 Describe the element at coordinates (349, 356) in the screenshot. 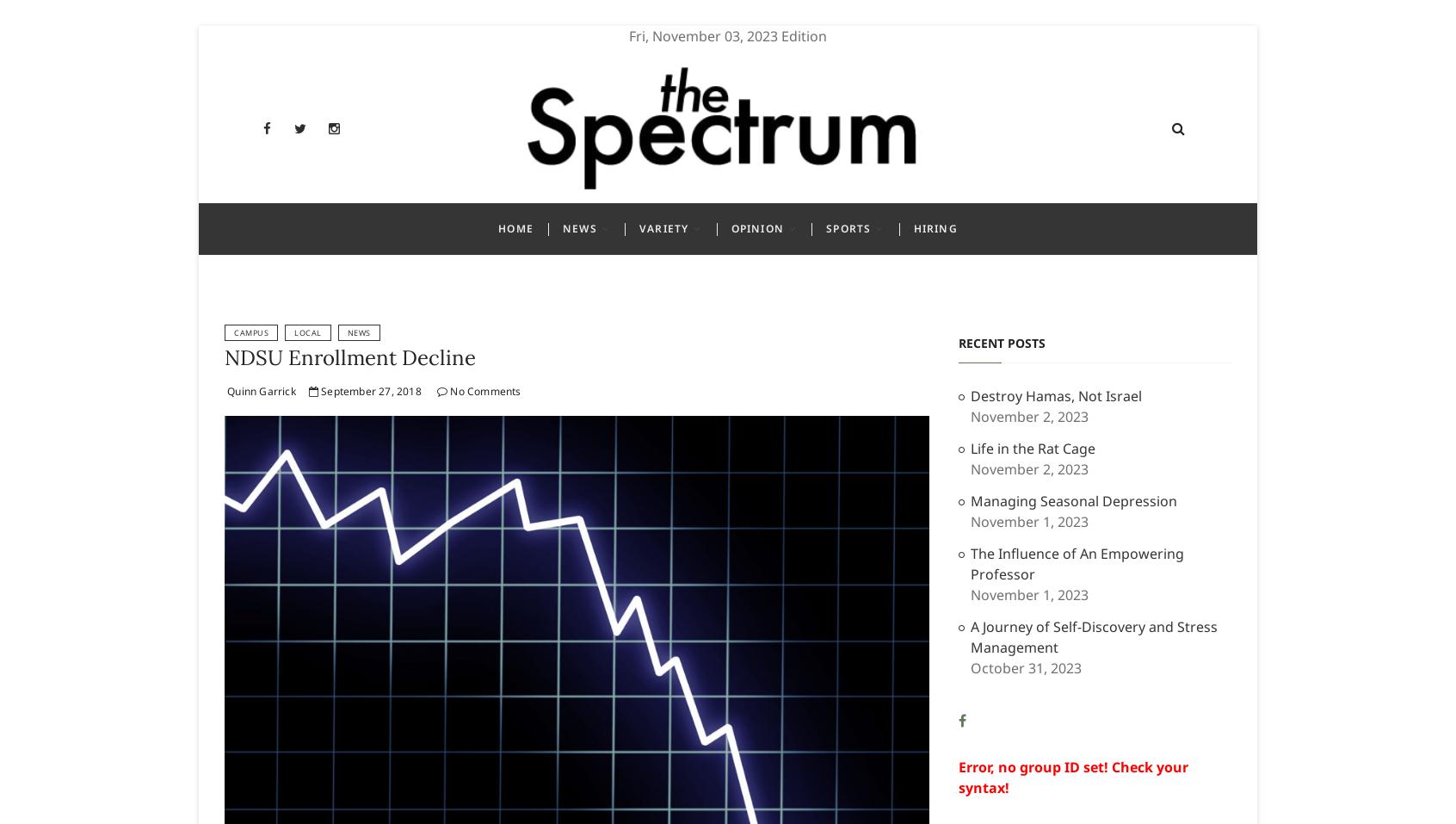

I see `'NDSU Enrollment Decline'` at that location.